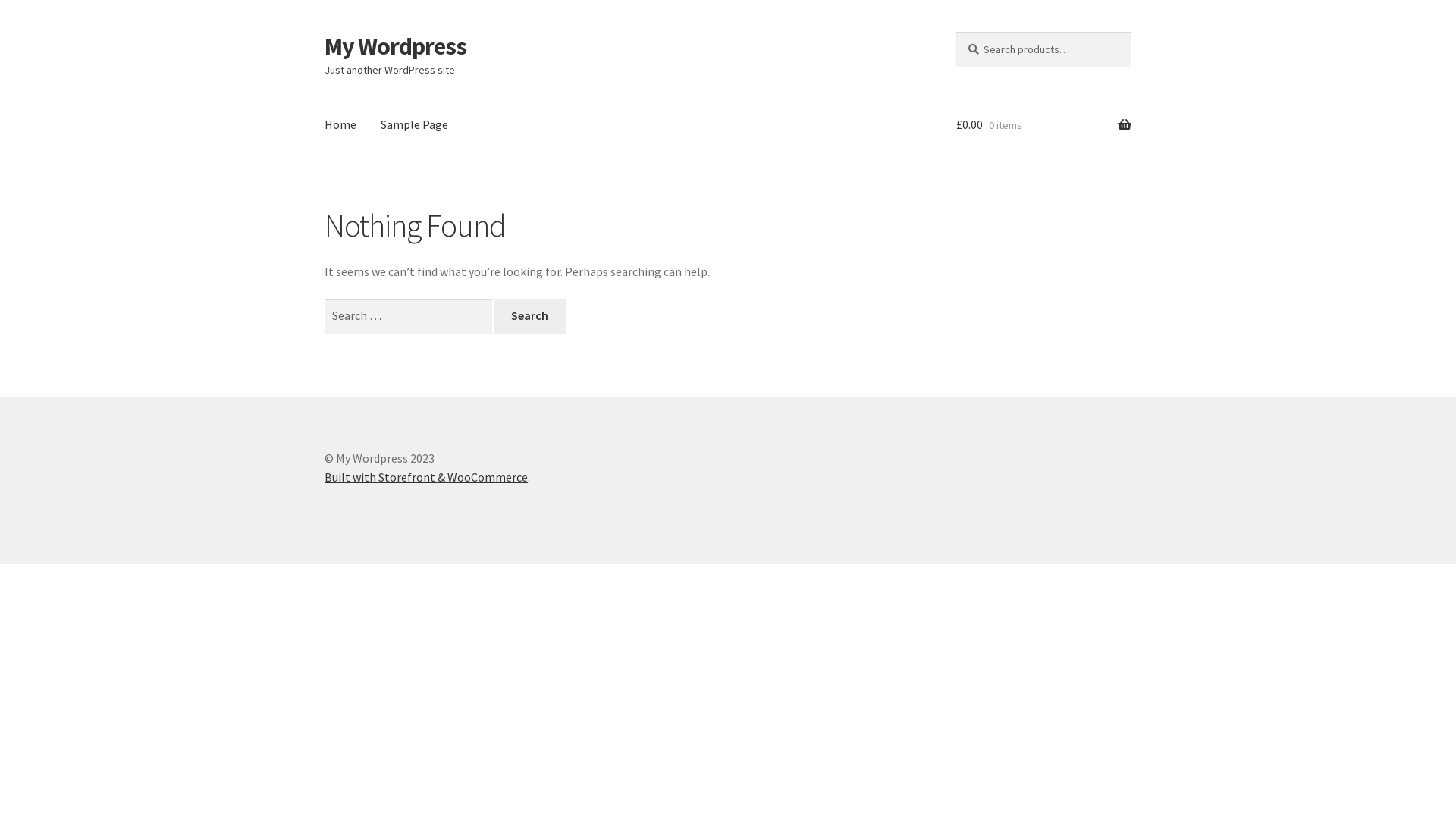 The height and width of the screenshot is (819, 1456). What do you see at coordinates (955, 31) in the screenshot?
I see `'Search'` at bounding box center [955, 31].